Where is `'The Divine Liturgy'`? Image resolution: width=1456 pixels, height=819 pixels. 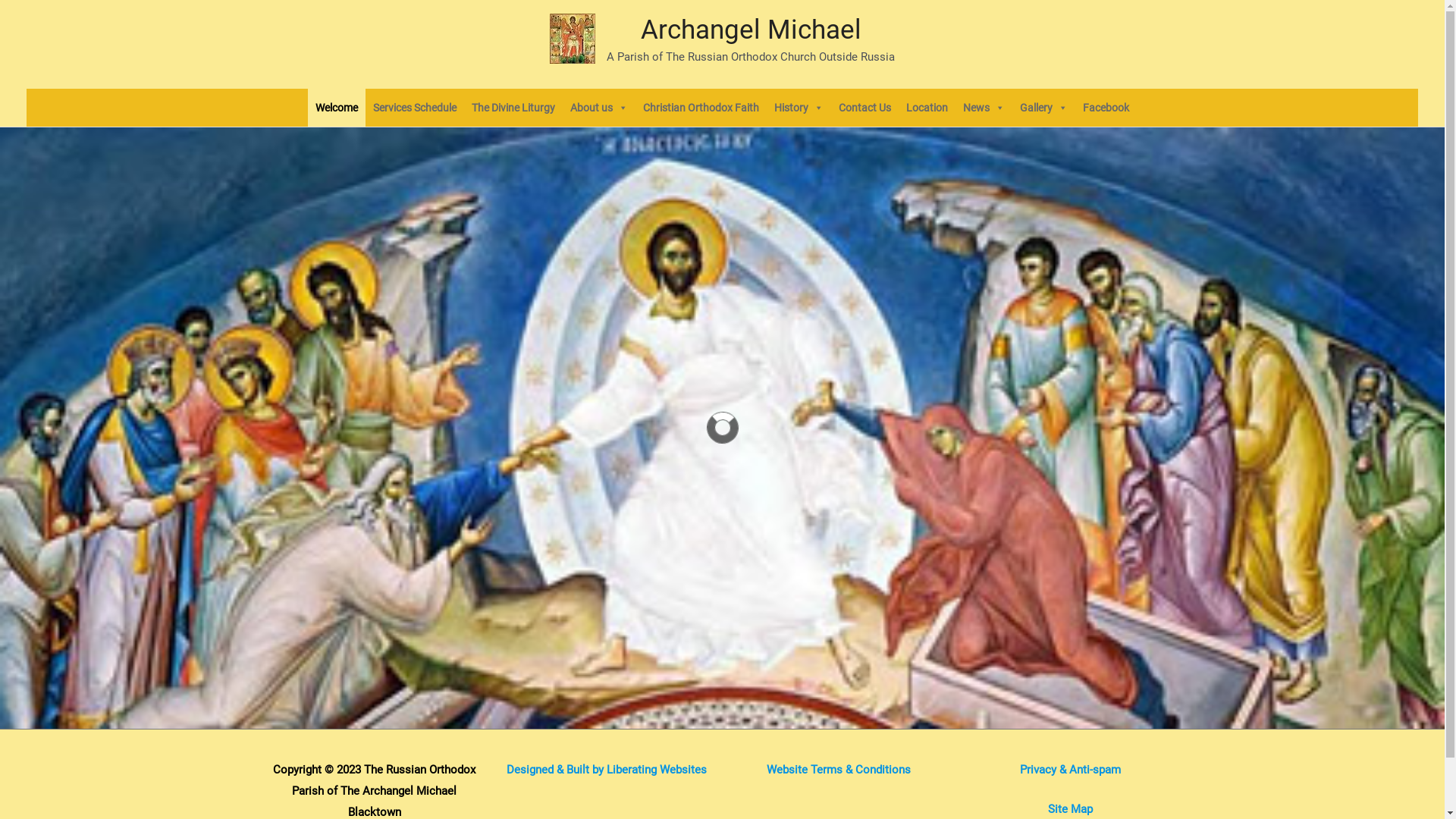 'The Divine Liturgy' is located at coordinates (513, 106).